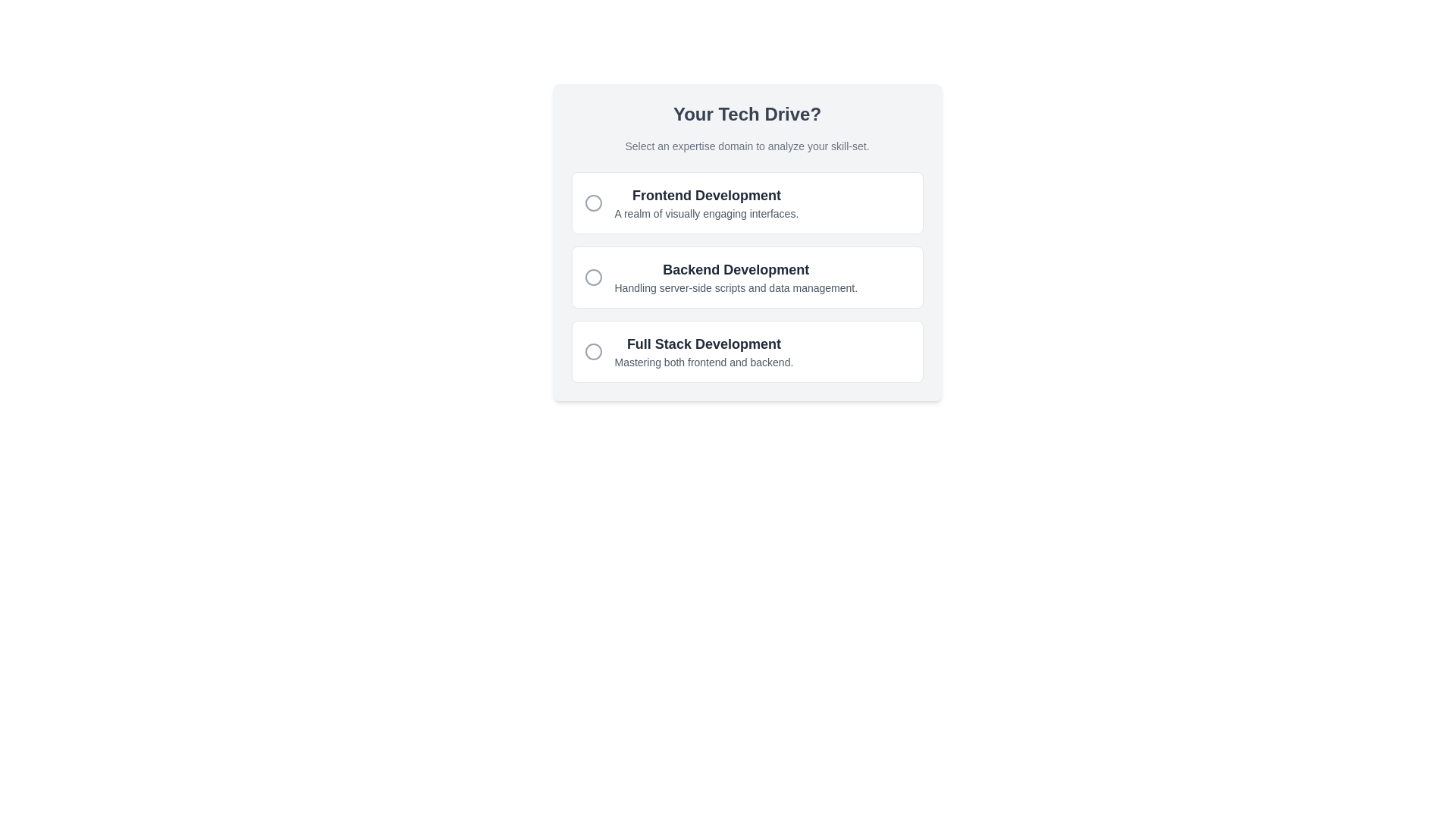 This screenshot has height=819, width=1456. I want to click on the radio button associated with the 'Frontend Development' option by clicking on the text block that represents it, which is located to the right of the circular radio button in the first card of the 'Your Tech Drive?' section, so click(705, 202).